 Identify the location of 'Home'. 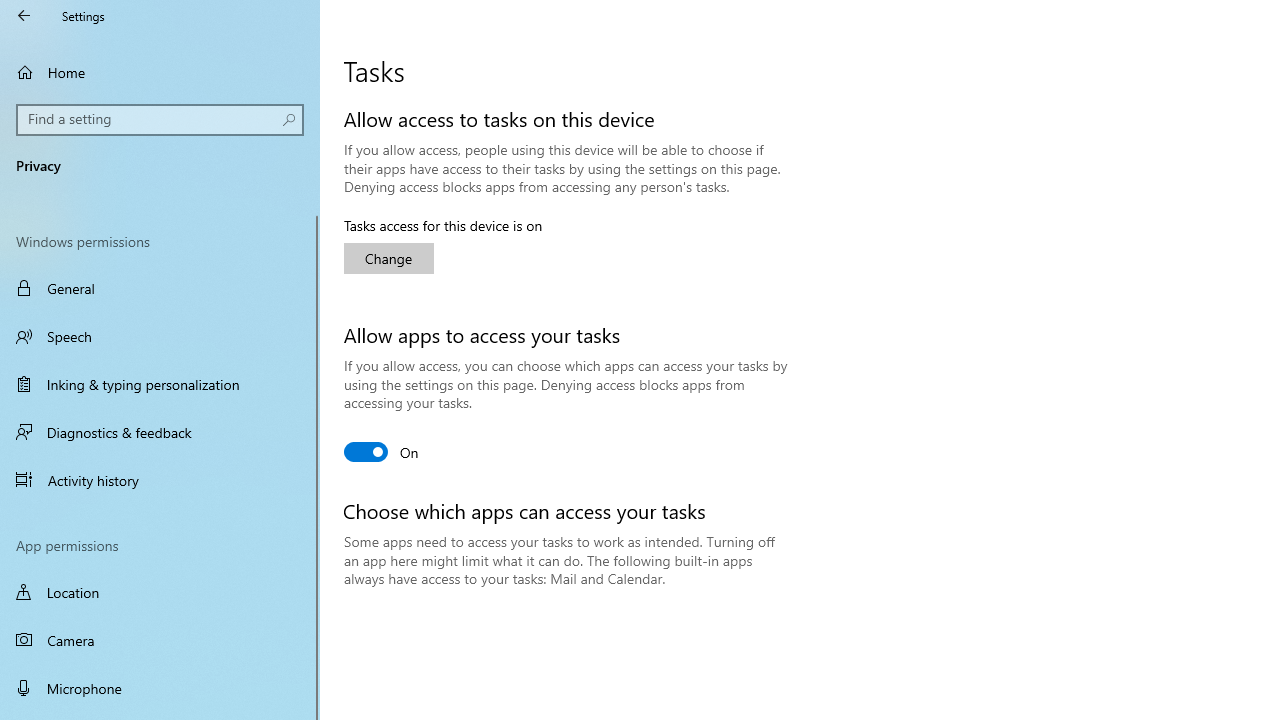
(160, 71).